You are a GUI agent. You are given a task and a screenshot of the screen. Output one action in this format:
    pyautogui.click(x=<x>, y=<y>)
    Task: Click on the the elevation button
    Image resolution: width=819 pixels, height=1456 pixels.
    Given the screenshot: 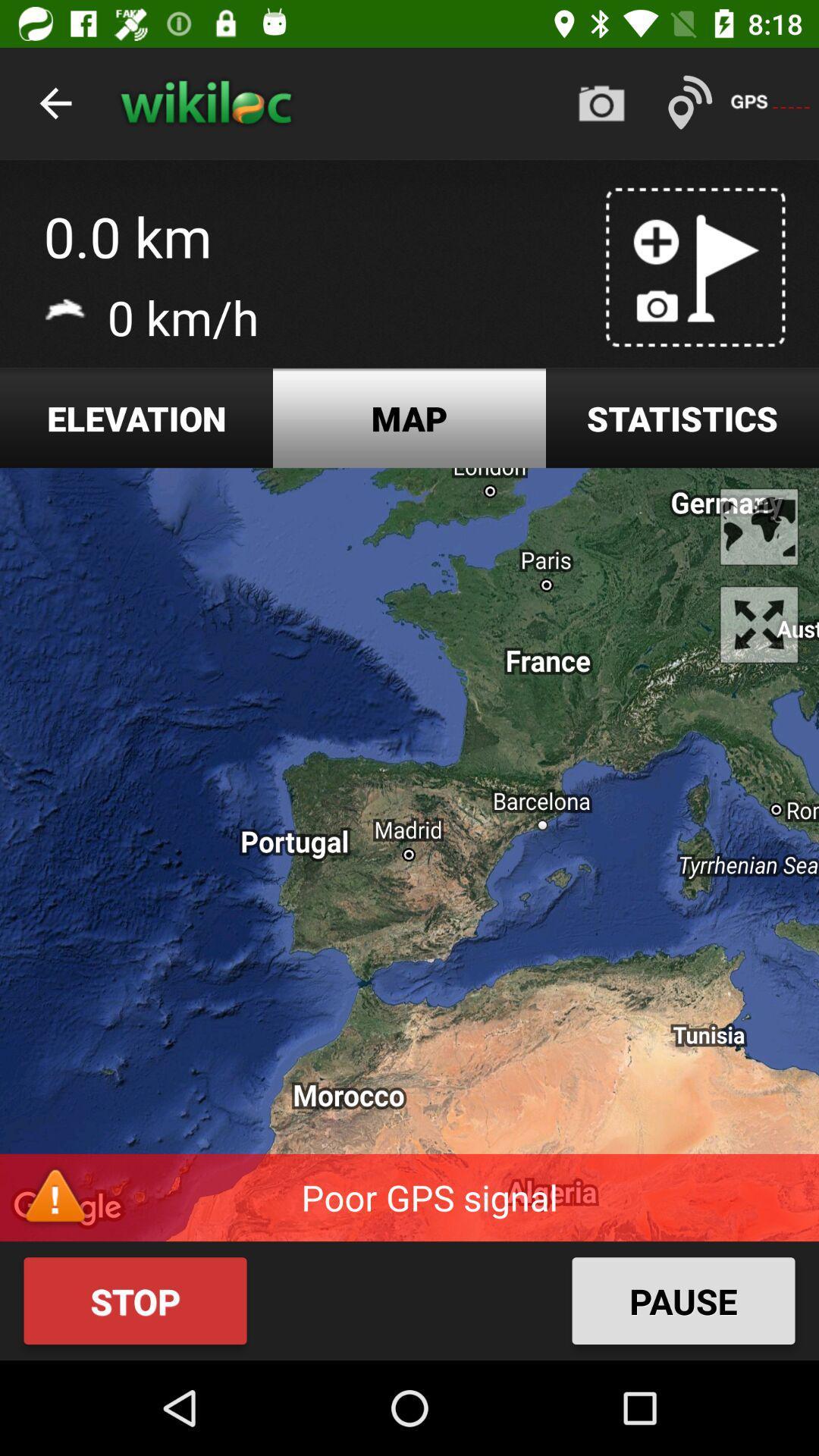 What is the action you would take?
    pyautogui.click(x=136, y=418)
    